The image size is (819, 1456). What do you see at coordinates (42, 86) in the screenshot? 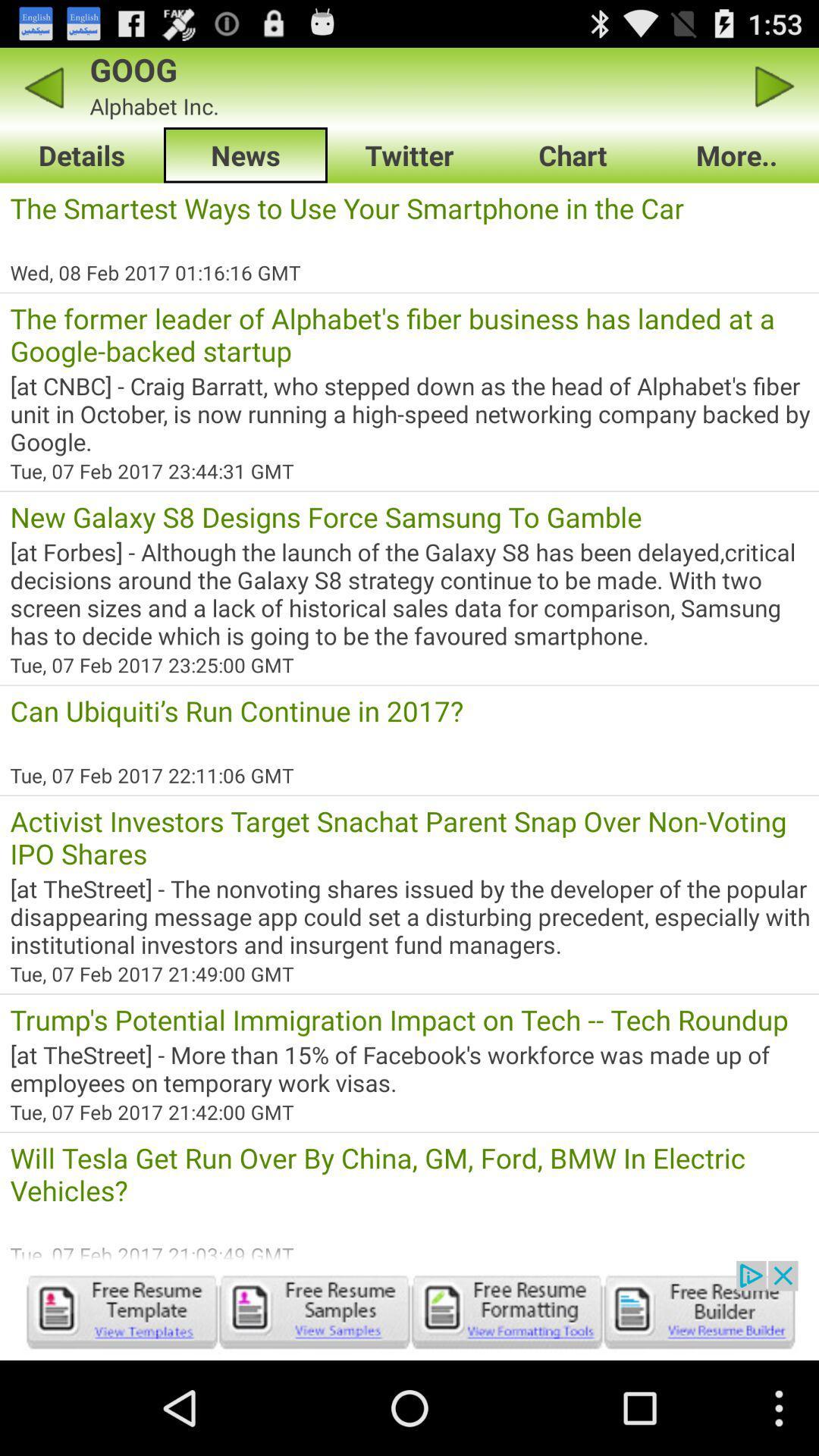
I see `previous page` at bounding box center [42, 86].